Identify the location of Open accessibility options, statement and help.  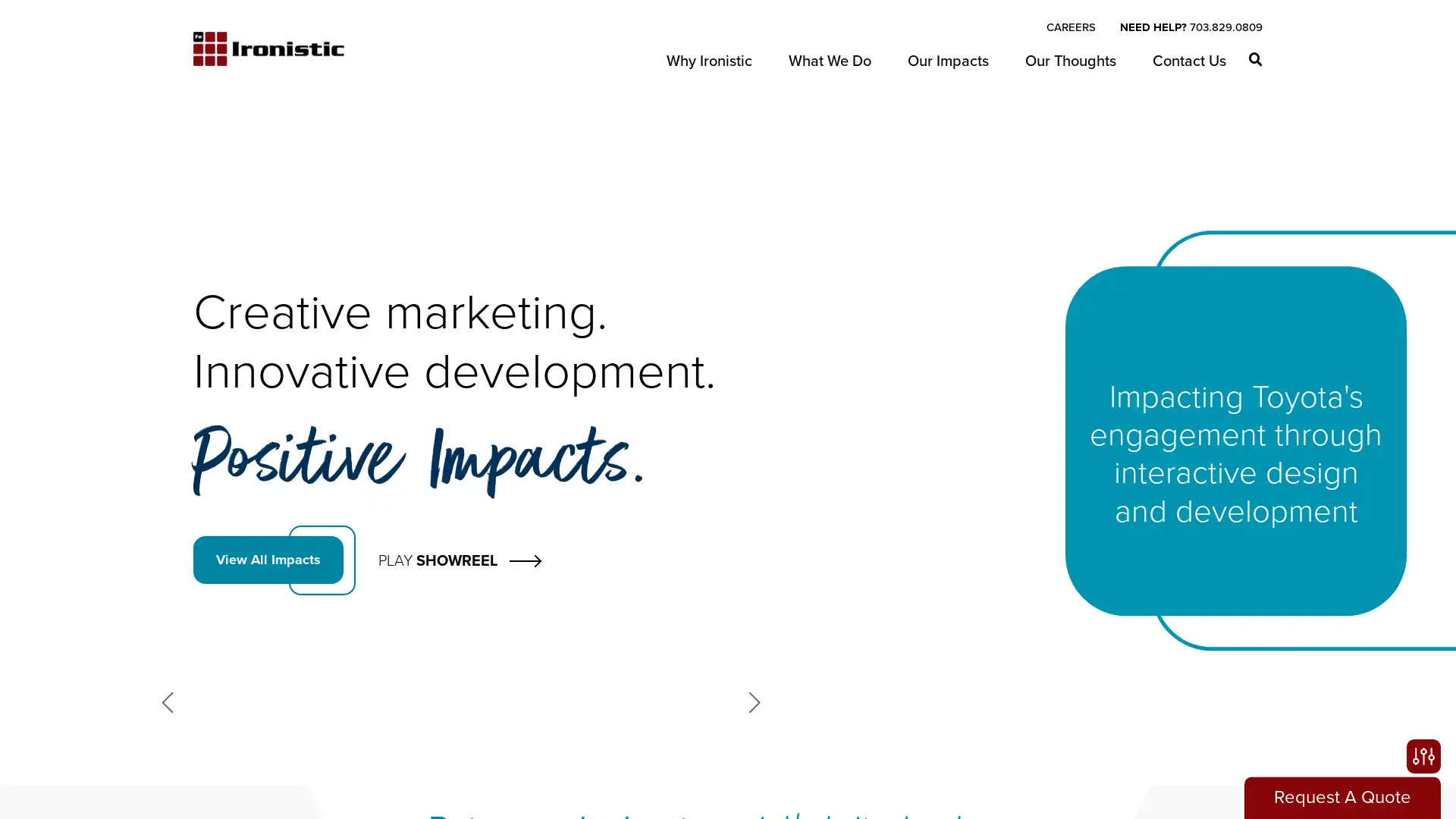
(1423, 756).